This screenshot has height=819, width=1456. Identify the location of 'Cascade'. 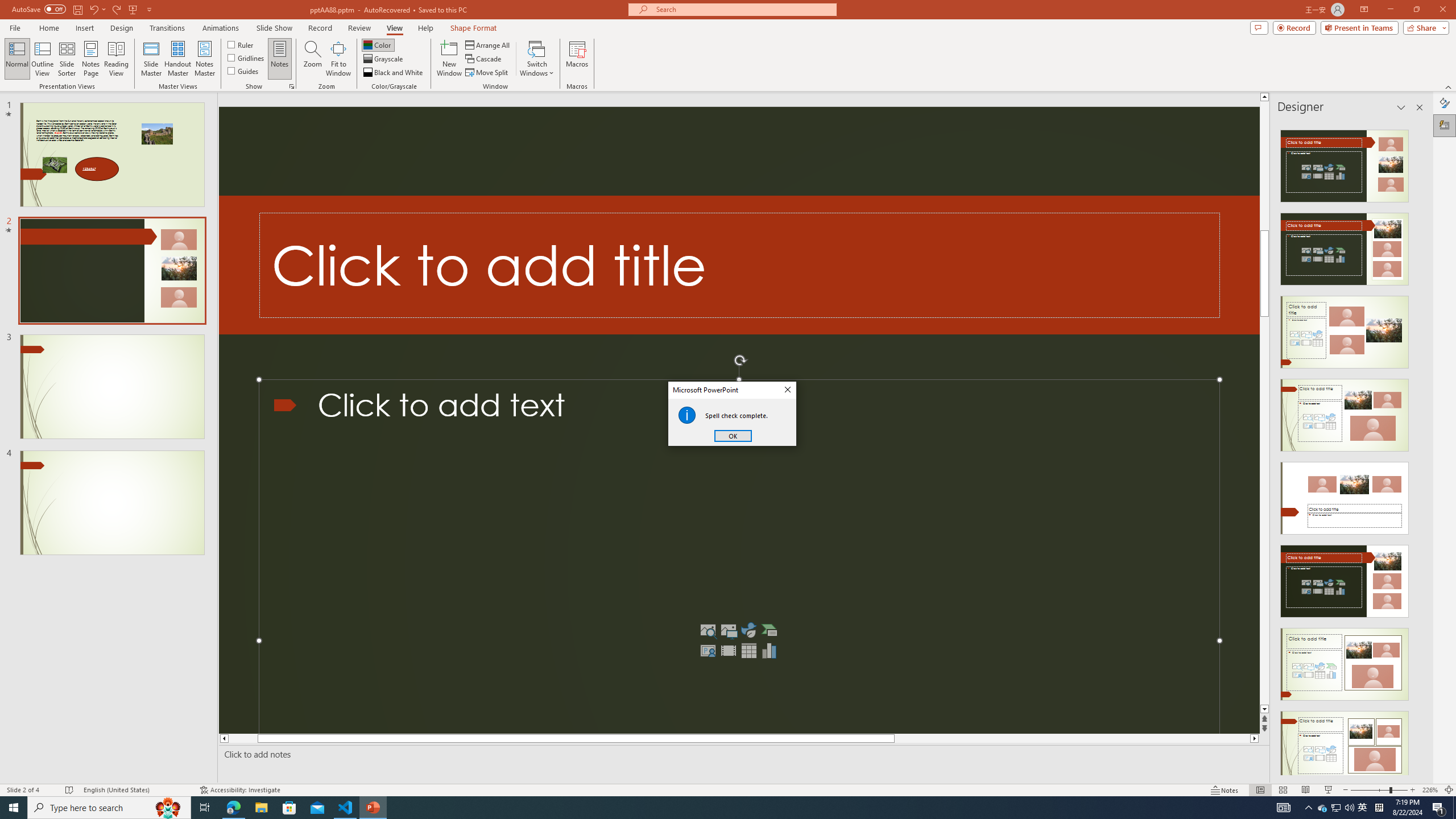
(484, 59).